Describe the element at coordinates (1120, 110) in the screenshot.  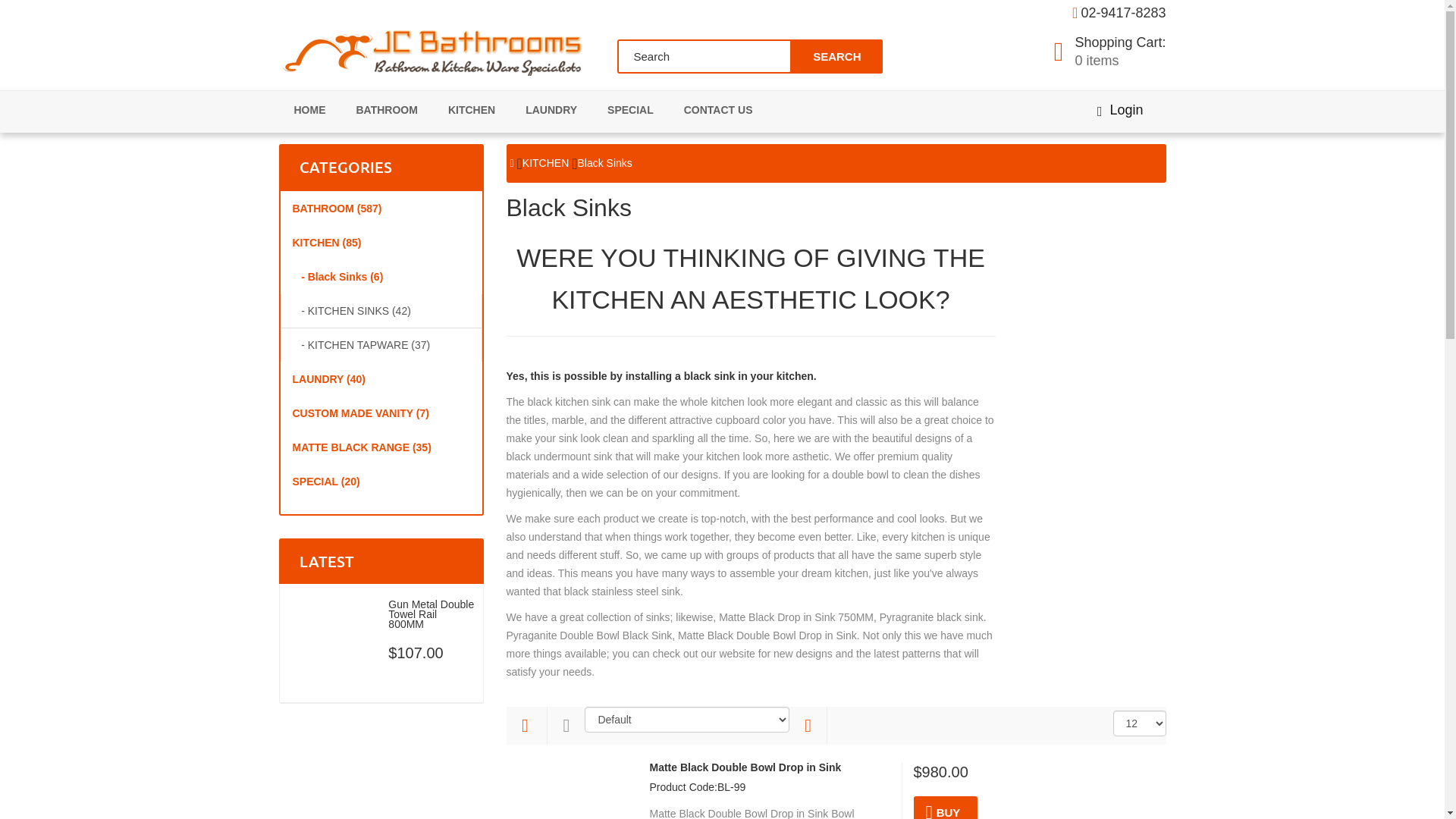
I see `'Login'` at that location.